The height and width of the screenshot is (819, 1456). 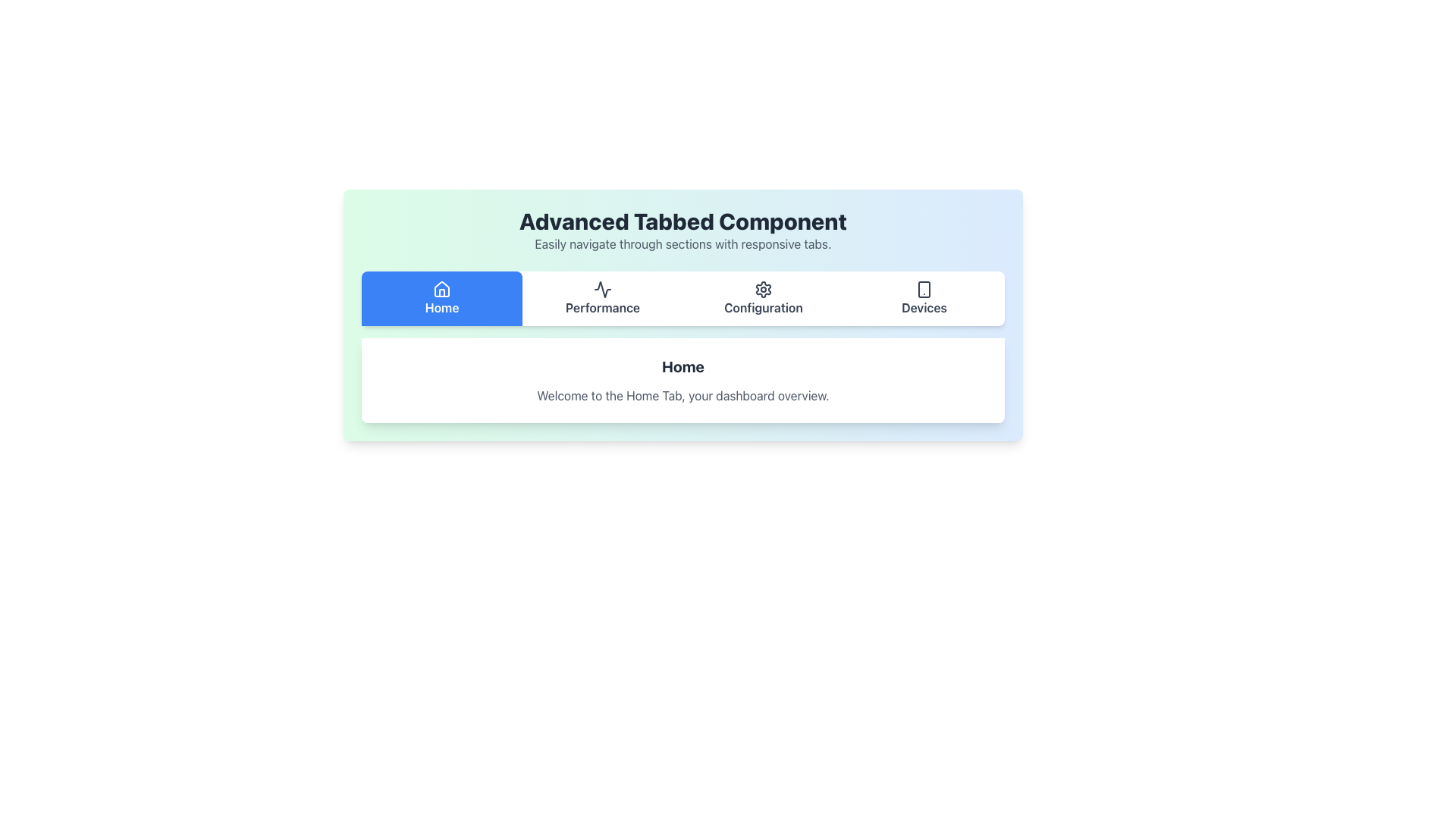 I want to click on the vertical rectangle shape representing the doorway in the home icon within the 'Home' tab of the navigation section, so click(x=441, y=292).